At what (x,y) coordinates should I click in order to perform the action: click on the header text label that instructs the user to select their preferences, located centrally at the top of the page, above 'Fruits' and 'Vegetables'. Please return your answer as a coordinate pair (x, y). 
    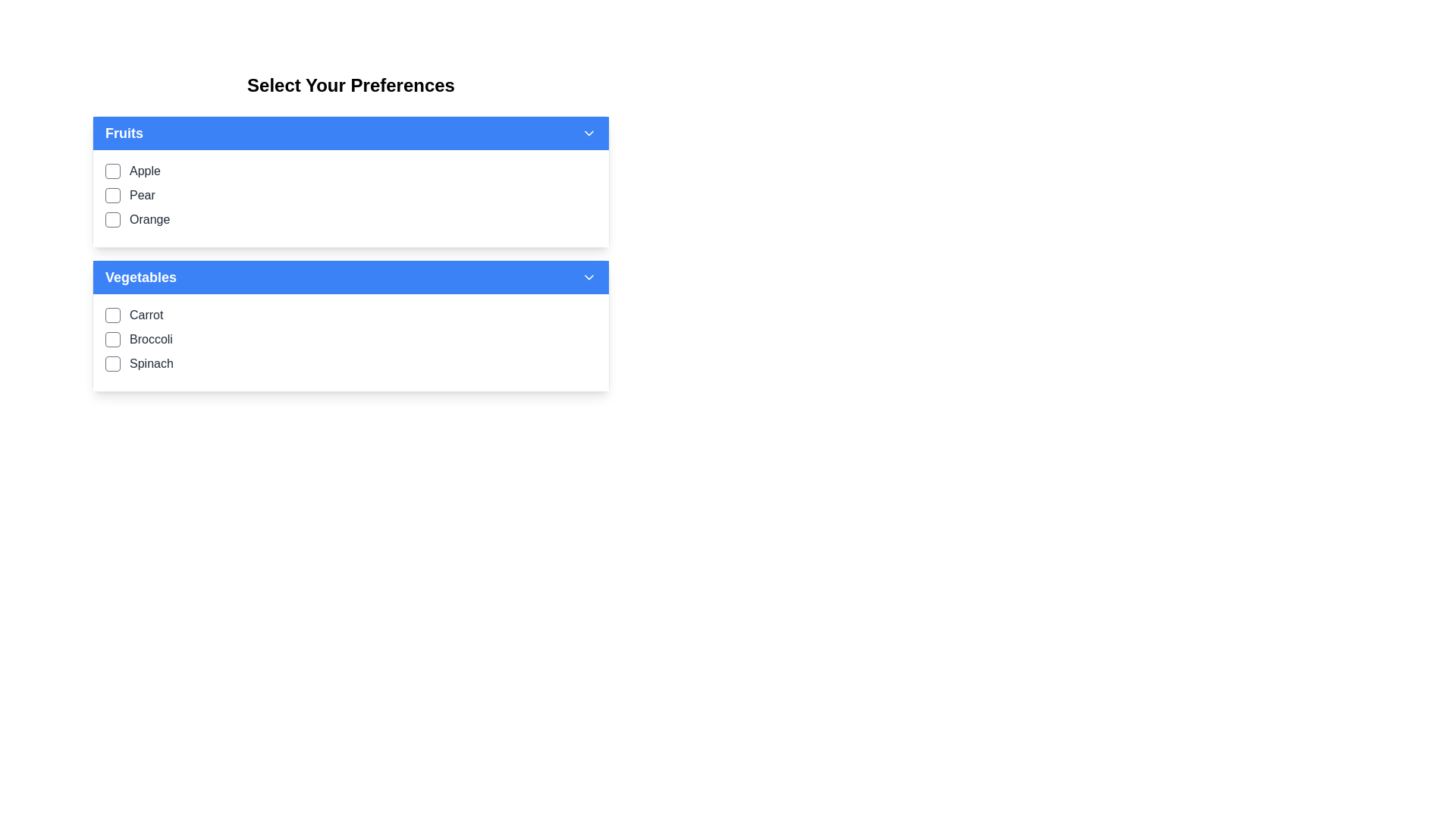
    Looking at the image, I should click on (350, 85).